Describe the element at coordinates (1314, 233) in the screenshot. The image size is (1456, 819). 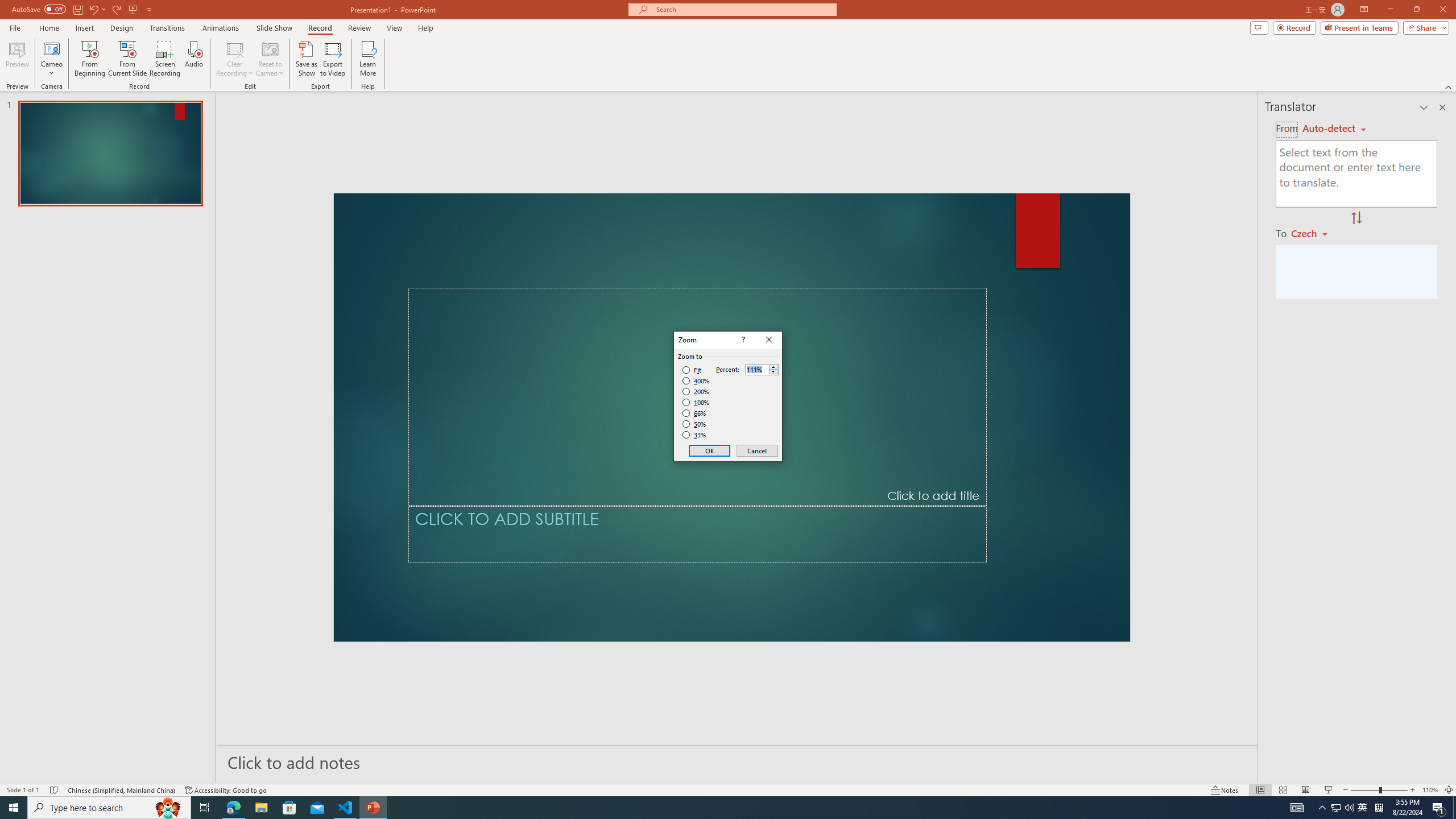
I see `'Czech'` at that location.